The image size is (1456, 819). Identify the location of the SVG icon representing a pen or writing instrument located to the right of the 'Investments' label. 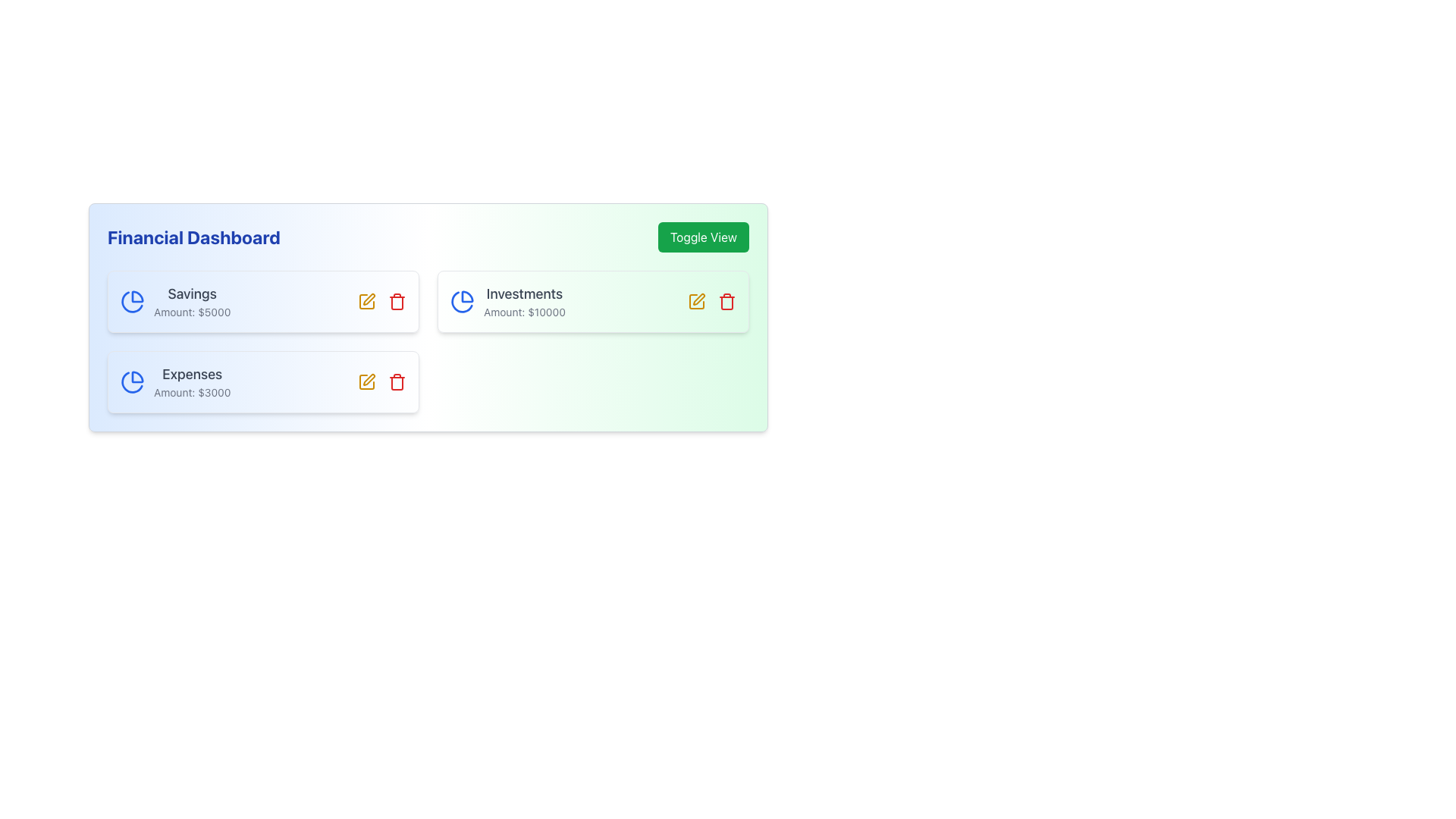
(695, 301).